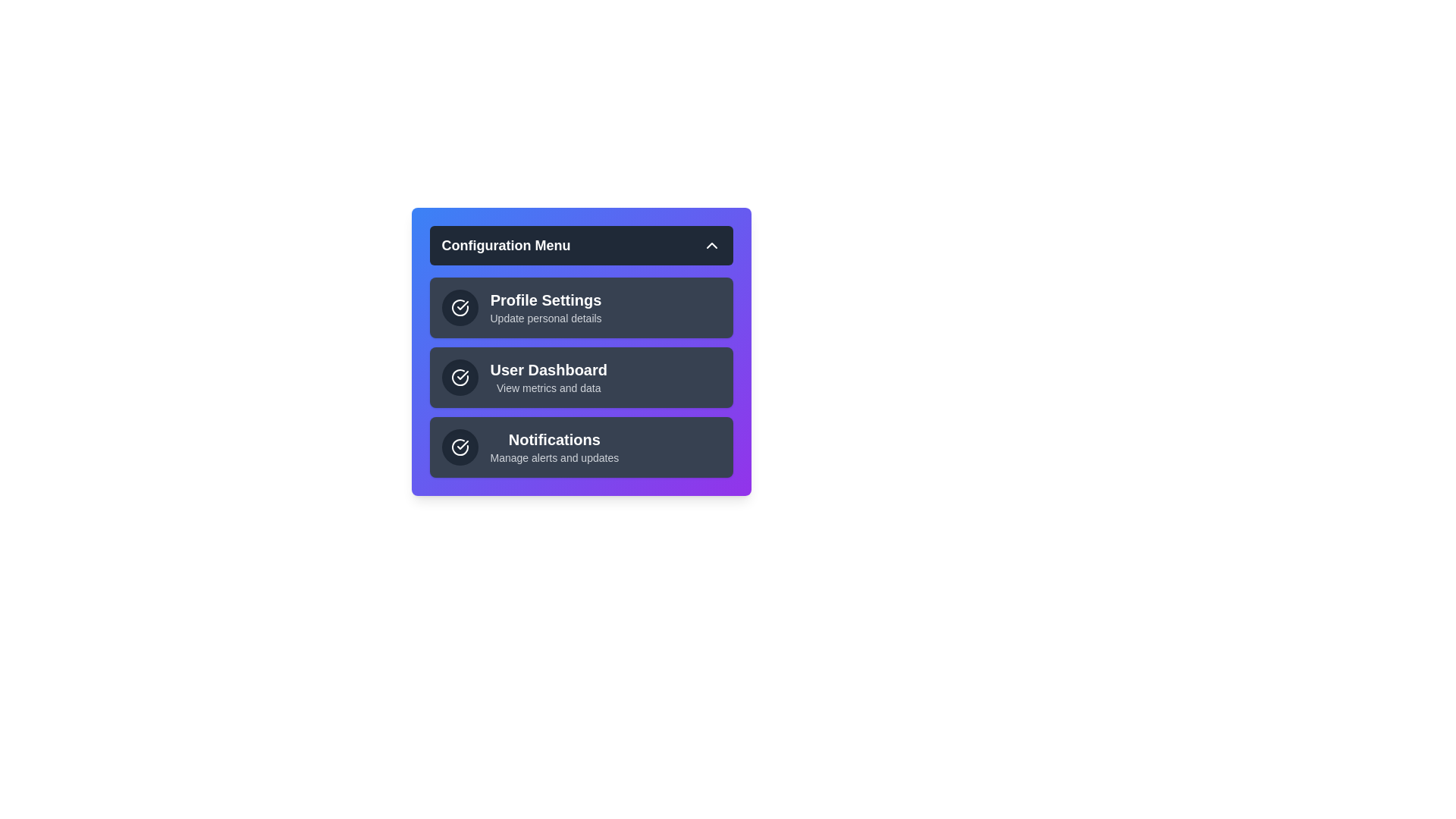 This screenshot has height=819, width=1456. What do you see at coordinates (459, 307) in the screenshot?
I see `the icon next to Profile Settings` at bounding box center [459, 307].